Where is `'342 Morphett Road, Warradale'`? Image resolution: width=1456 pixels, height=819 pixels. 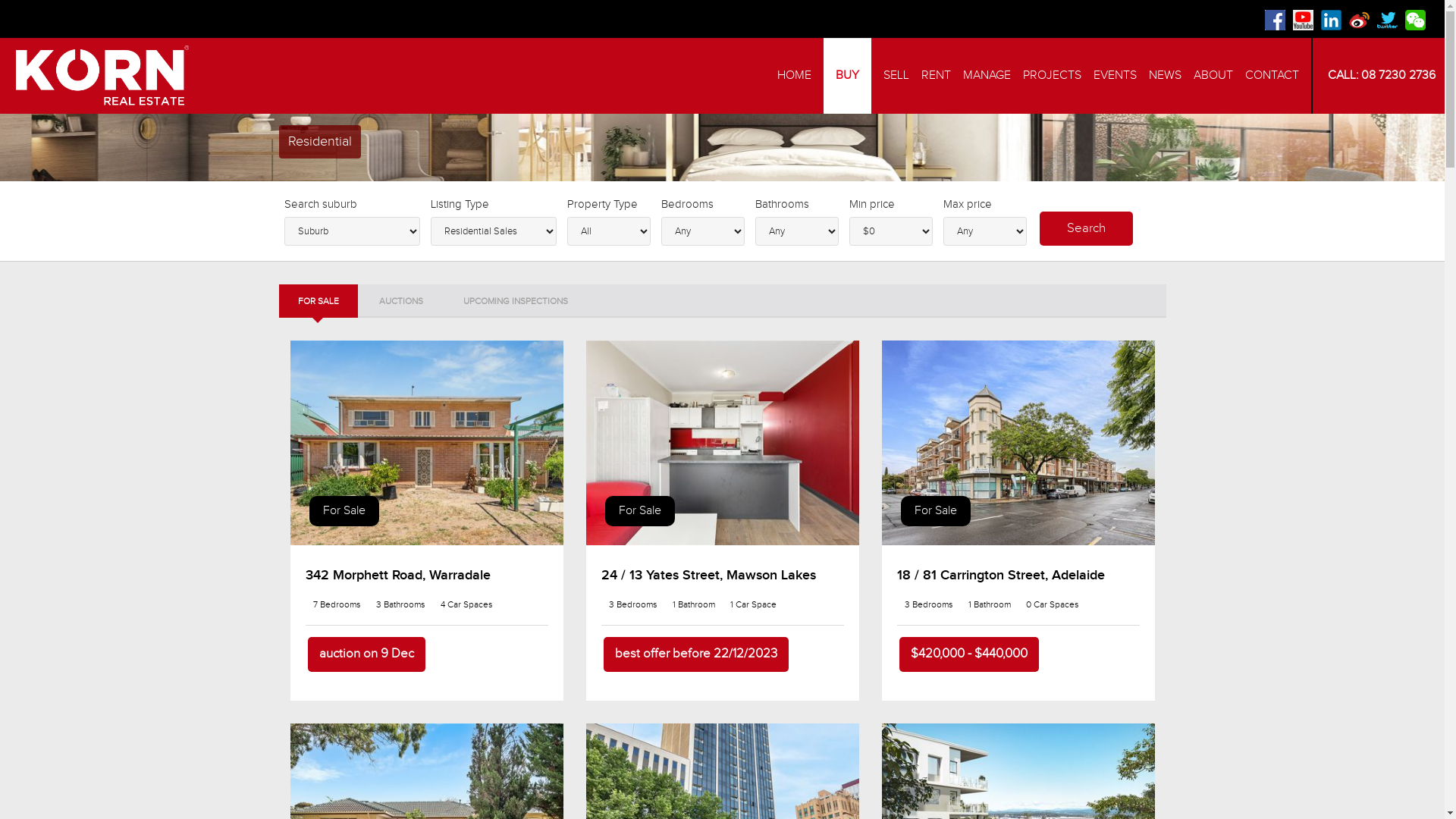 '342 Morphett Road, Warradale' is located at coordinates (397, 575).